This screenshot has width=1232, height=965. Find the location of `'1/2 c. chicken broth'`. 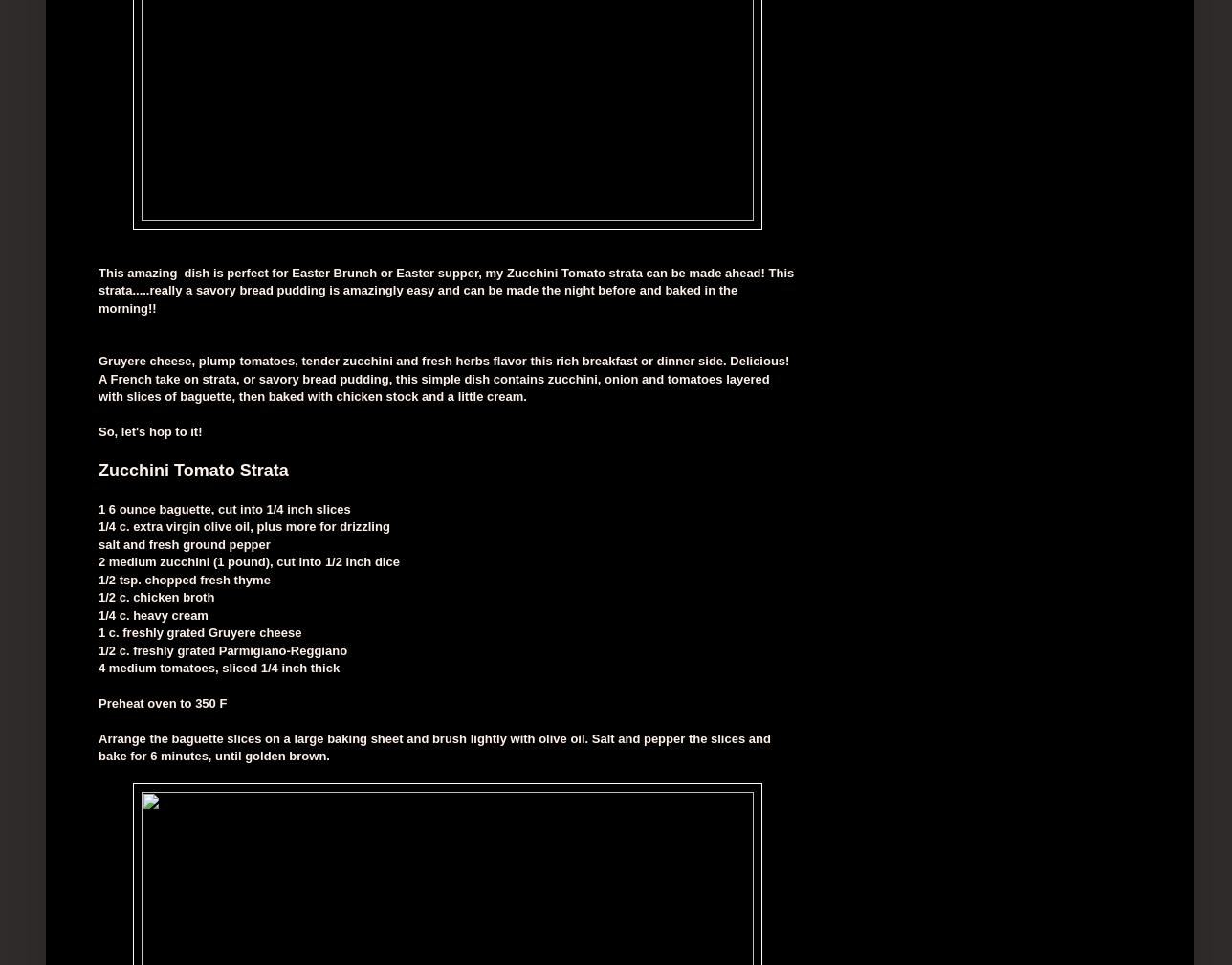

'1/2 c. chicken broth' is located at coordinates (156, 597).